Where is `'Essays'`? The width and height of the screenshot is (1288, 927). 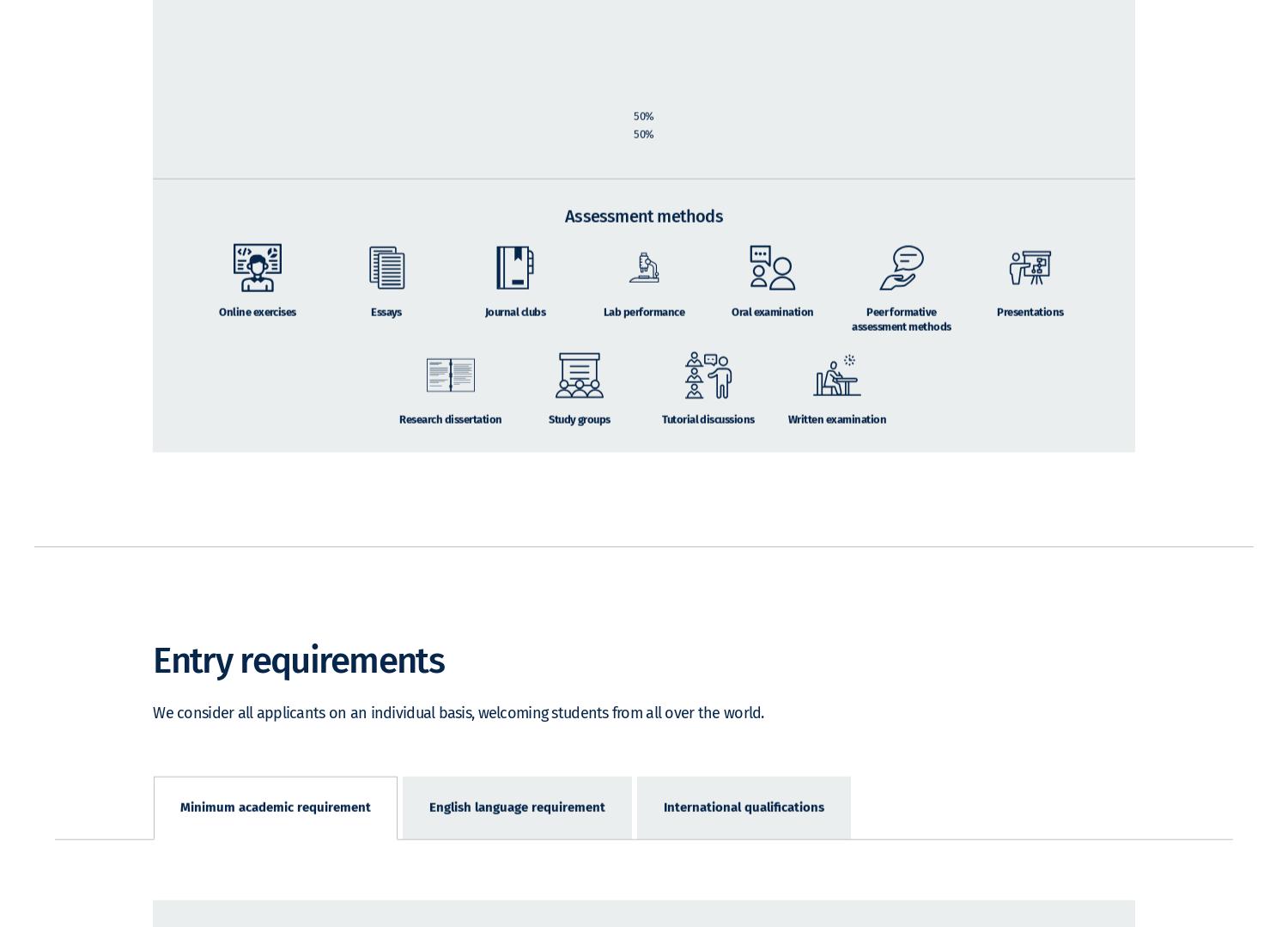 'Essays' is located at coordinates (385, 335).